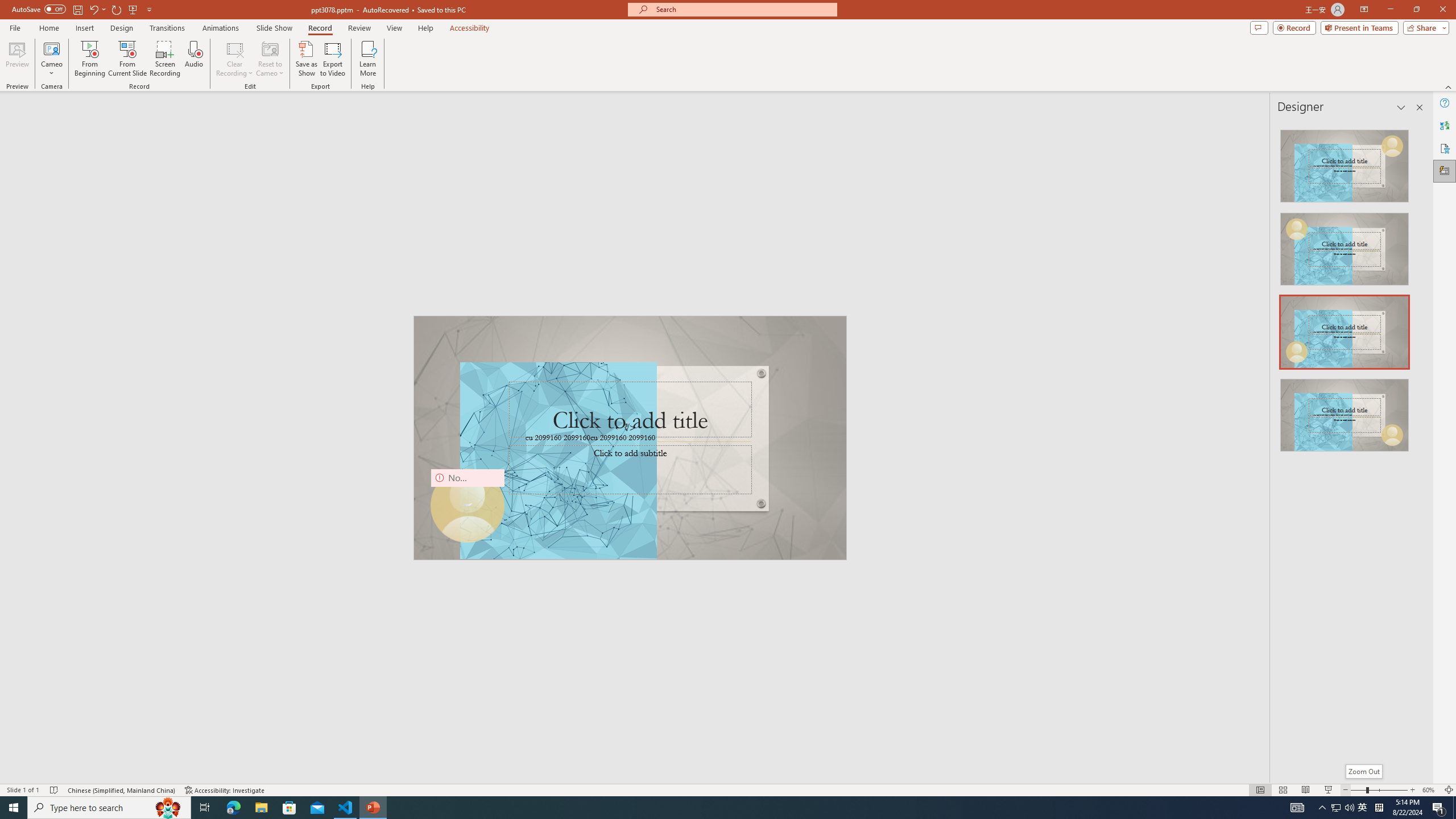  What do you see at coordinates (148, 9) in the screenshot?
I see `'Customize Quick Access Toolbar'` at bounding box center [148, 9].